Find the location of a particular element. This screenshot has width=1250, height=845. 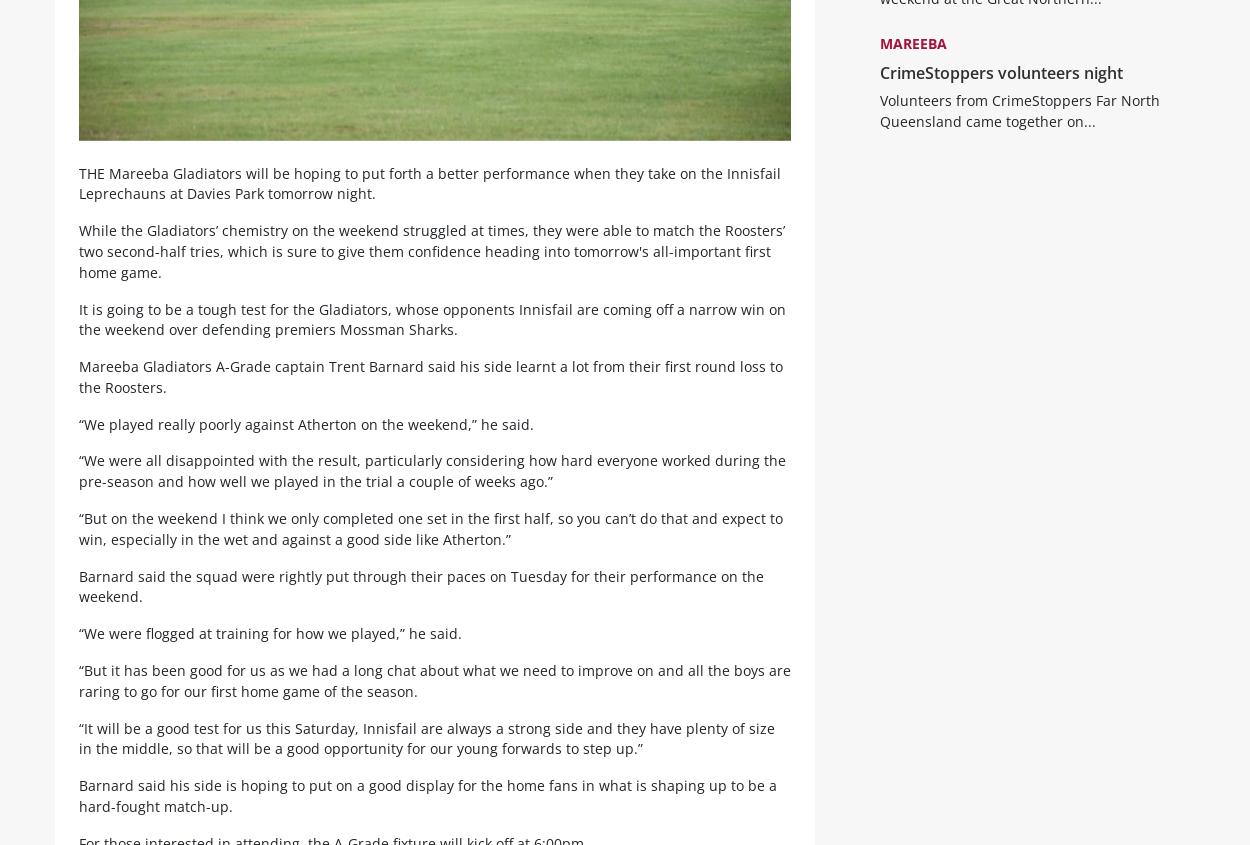

'Mareeba' is located at coordinates (913, 57).